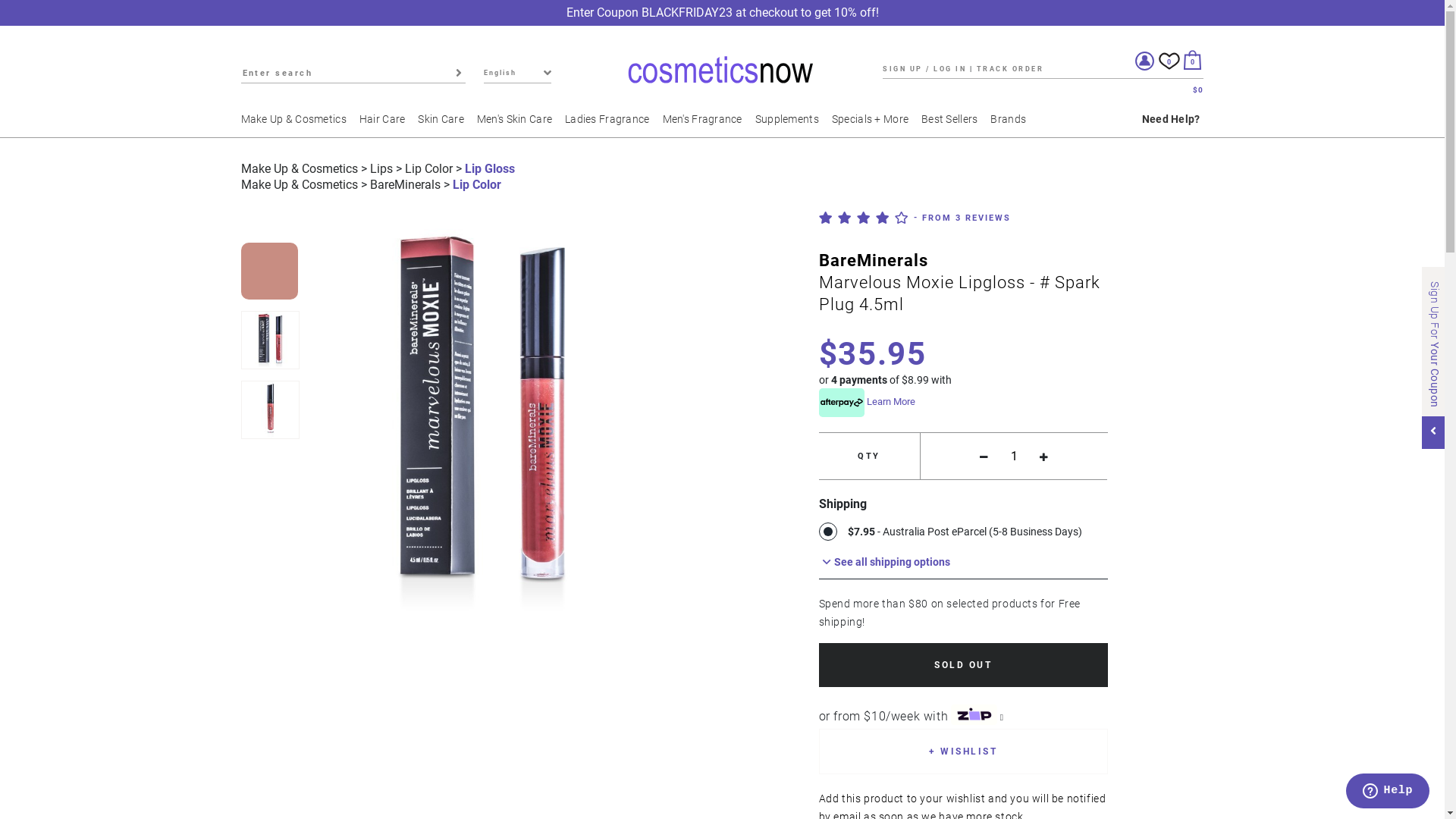 This screenshot has width=1456, height=819. I want to click on 'Supplements', so click(790, 124).